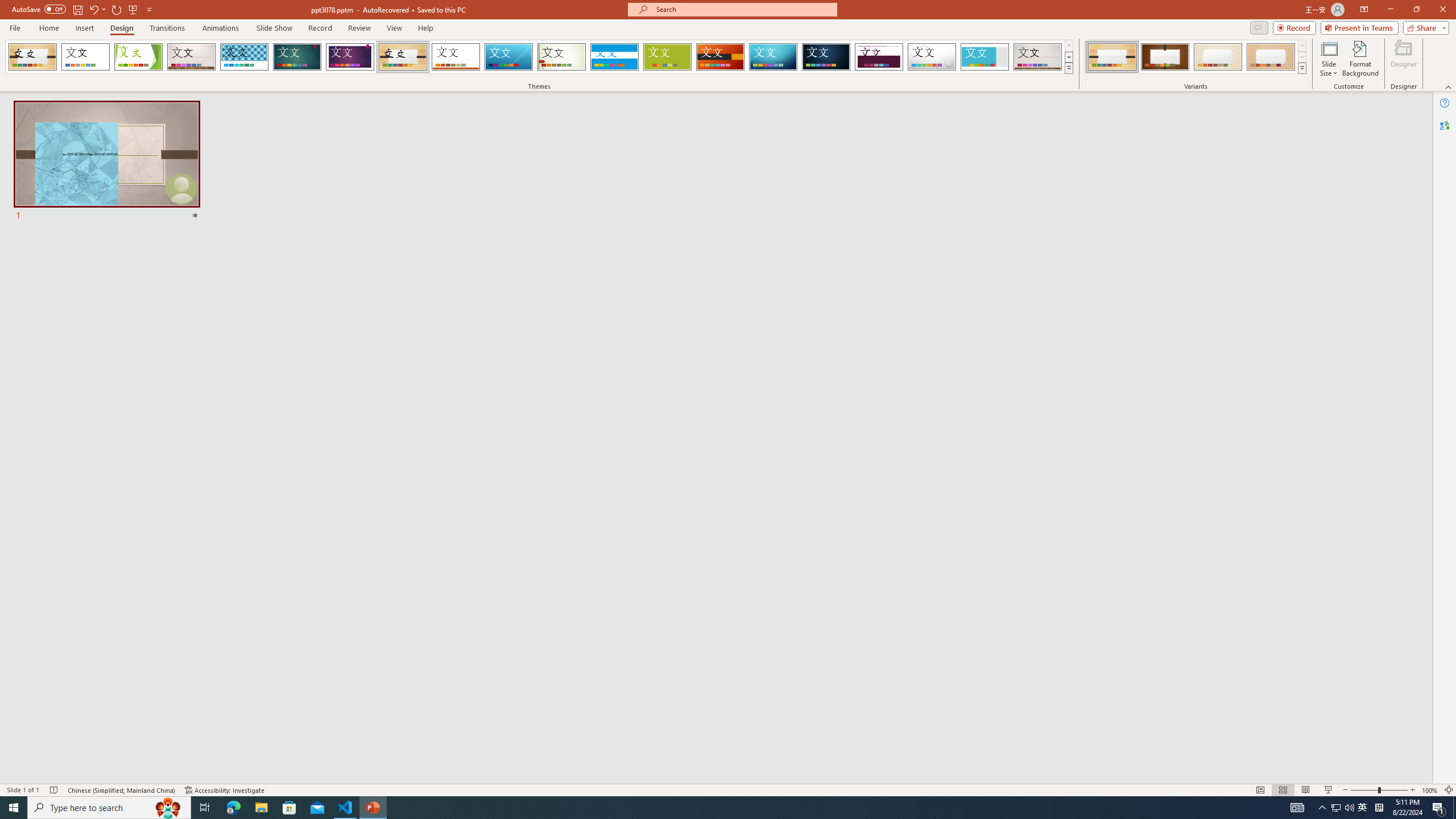 The image size is (1456, 819). What do you see at coordinates (1430, 790) in the screenshot?
I see `'Zoom 100%'` at bounding box center [1430, 790].